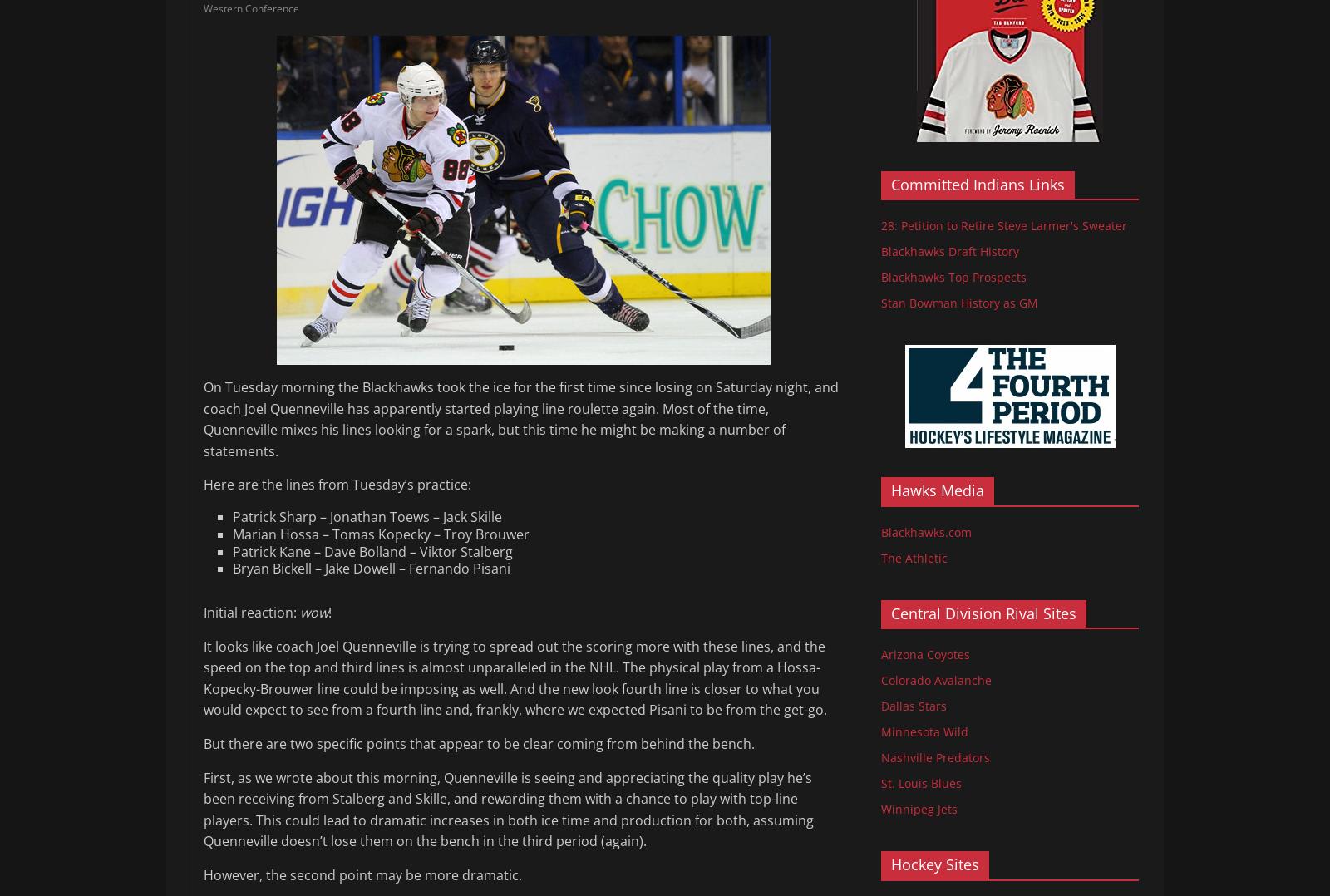  I want to click on '!', so click(329, 613).